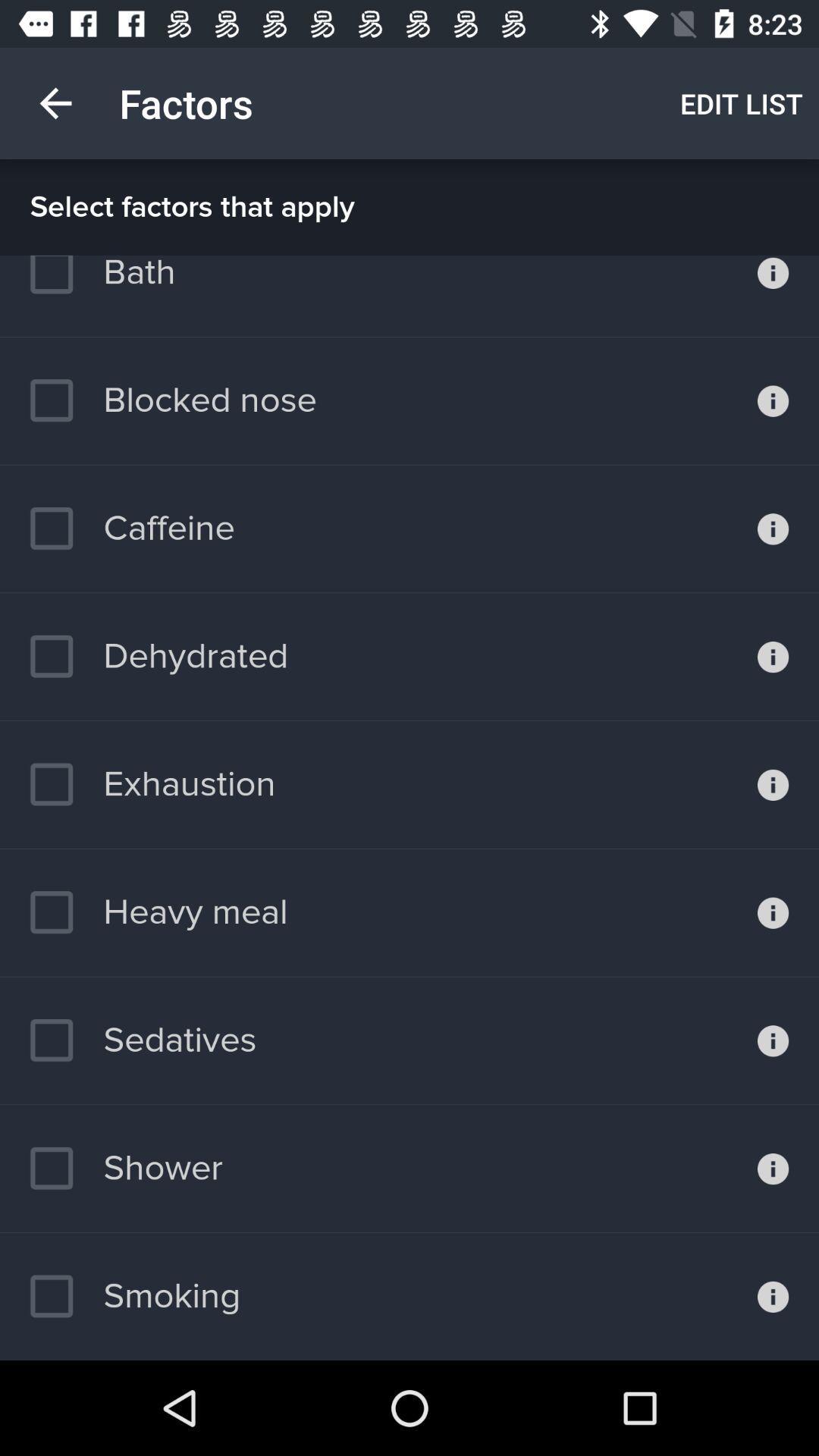 The image size is (819, 1456). Describe the element at coordinates (55, 102) in the screenshot. I see `item next to factors` at that location.